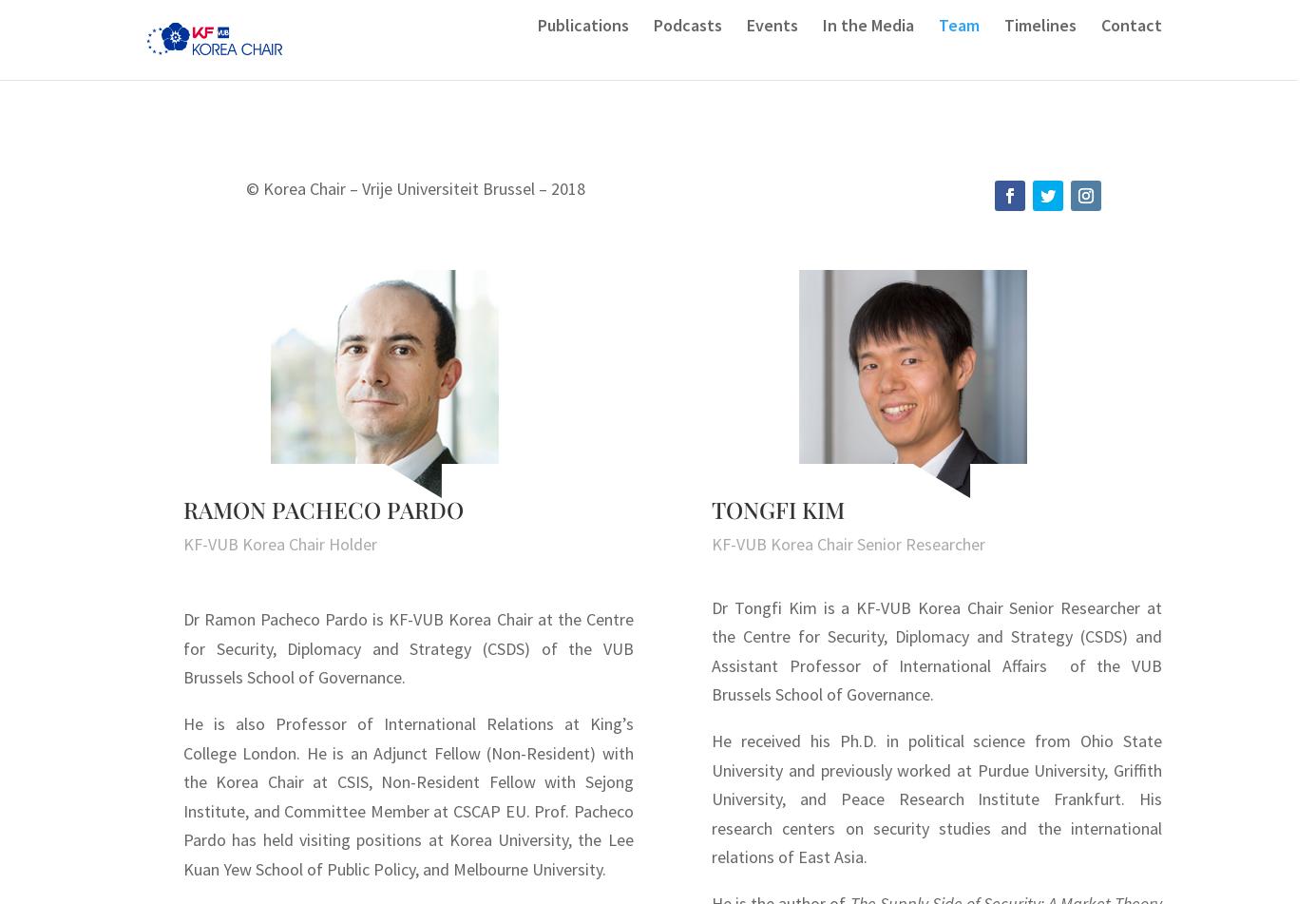  What do you see at coordinates (848, 543) in the screenshot?
I see `'KF-VUB Korea Chair Senior Researcher'` at bounding box center [848, 543].